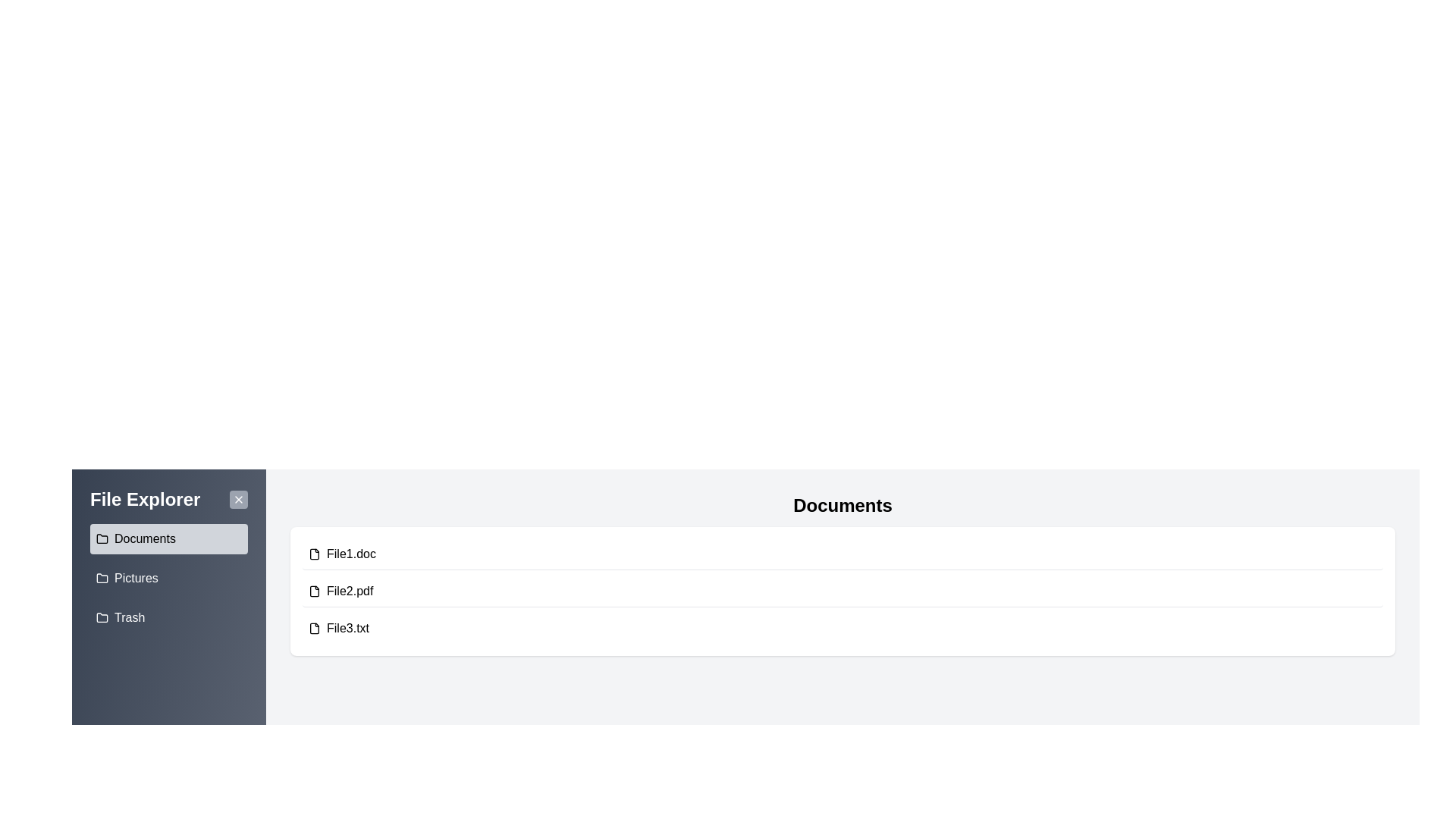  Describe the element at coordinates (168, 617) in the screenshot. I see `the folder named Trash from the sidebar` at that location.